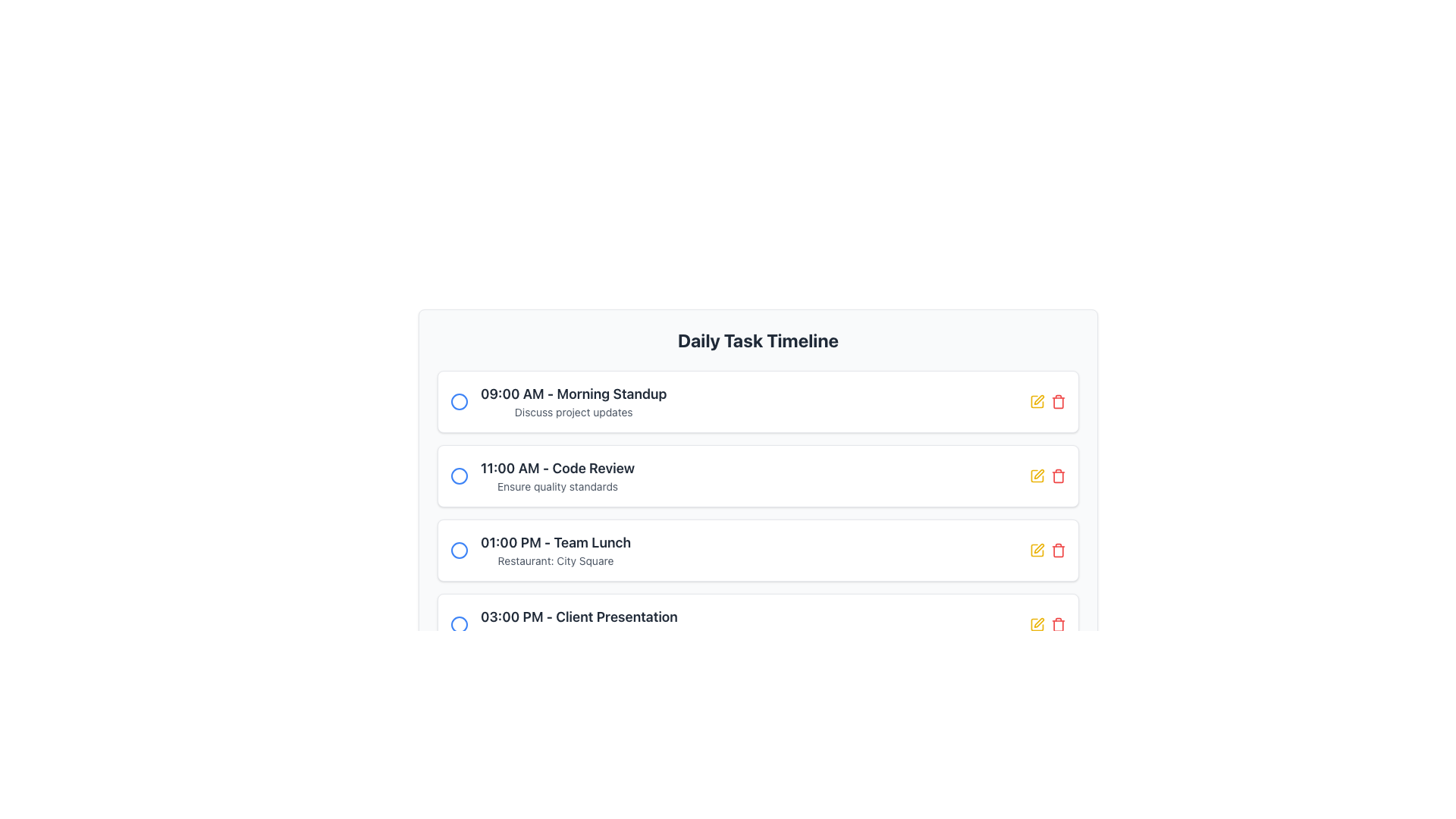 This screenshot has height=819, width=1456. Describe the element at coordinates (573, 400) in the screenshot. I see `the first text content block in the 'Daily Task Timeline' section that displays '09:00 AM - Morning Standup' and 'Discuss project updates'` at that location.